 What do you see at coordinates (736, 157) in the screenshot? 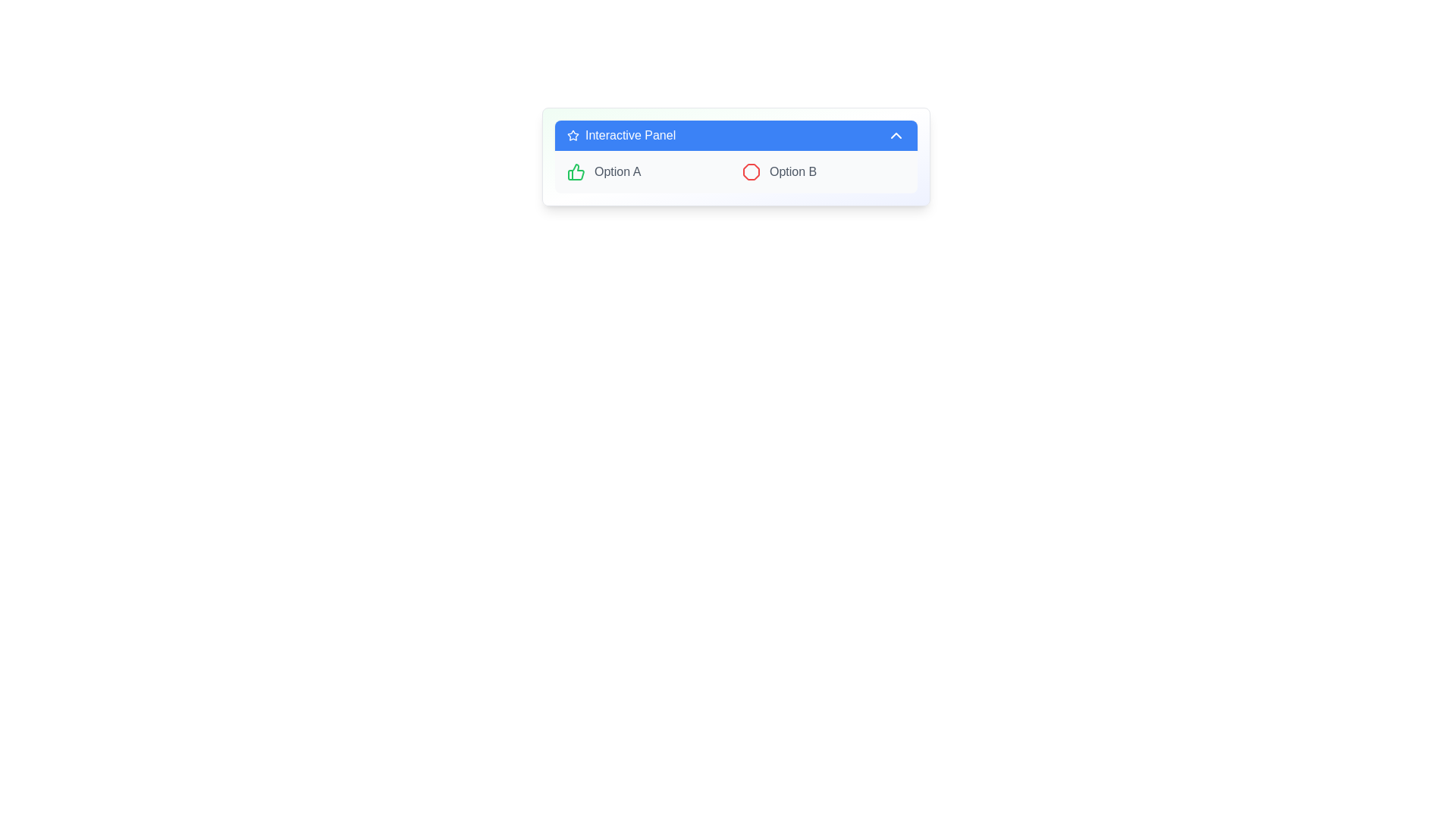
I see `the selectable panel interface to choose between 'Option A' and 'Option B'` at bounding box center [736, 157].